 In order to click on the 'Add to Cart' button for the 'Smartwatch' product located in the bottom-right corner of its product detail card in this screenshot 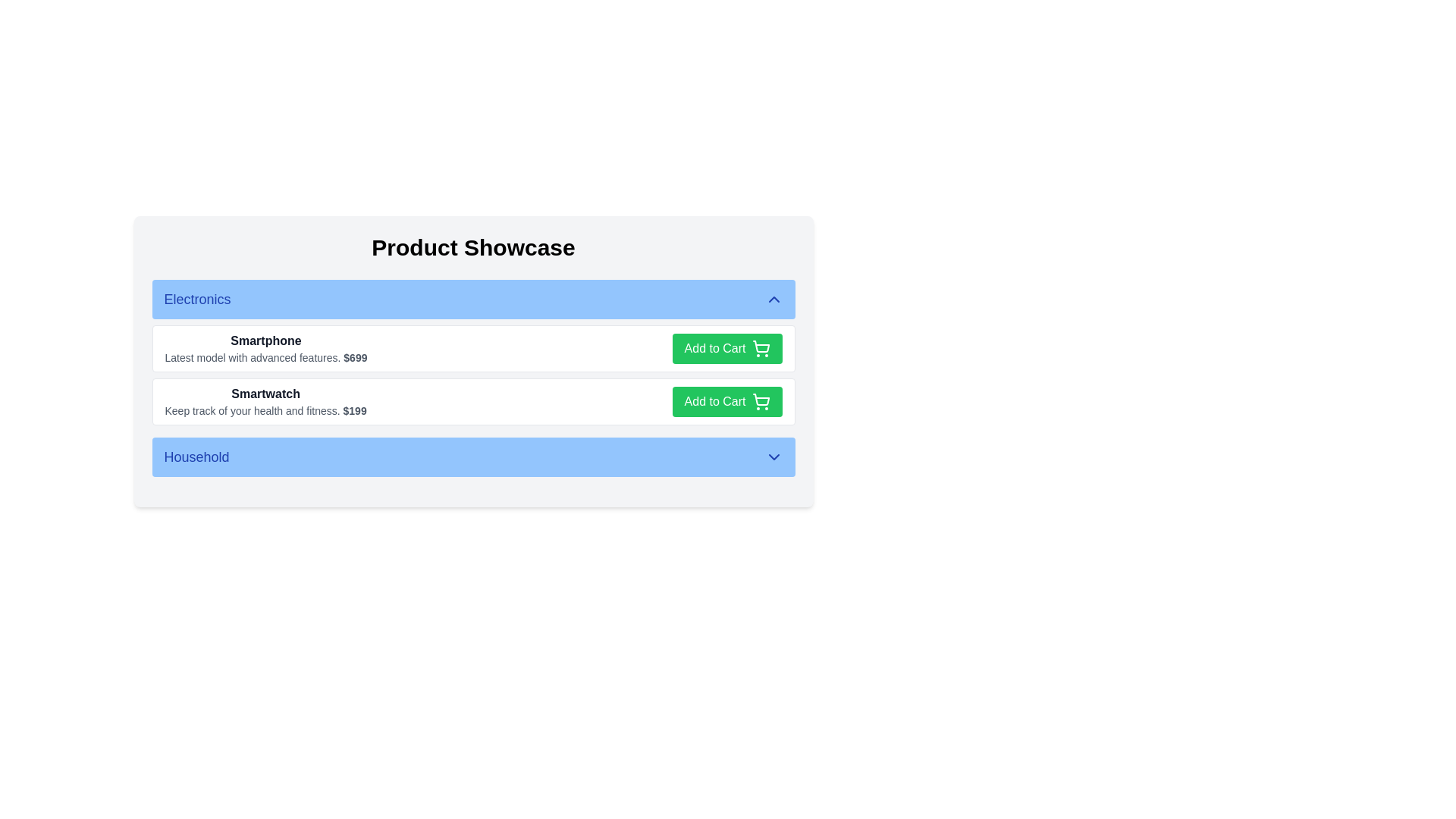, I will do `click(726, 400)`.